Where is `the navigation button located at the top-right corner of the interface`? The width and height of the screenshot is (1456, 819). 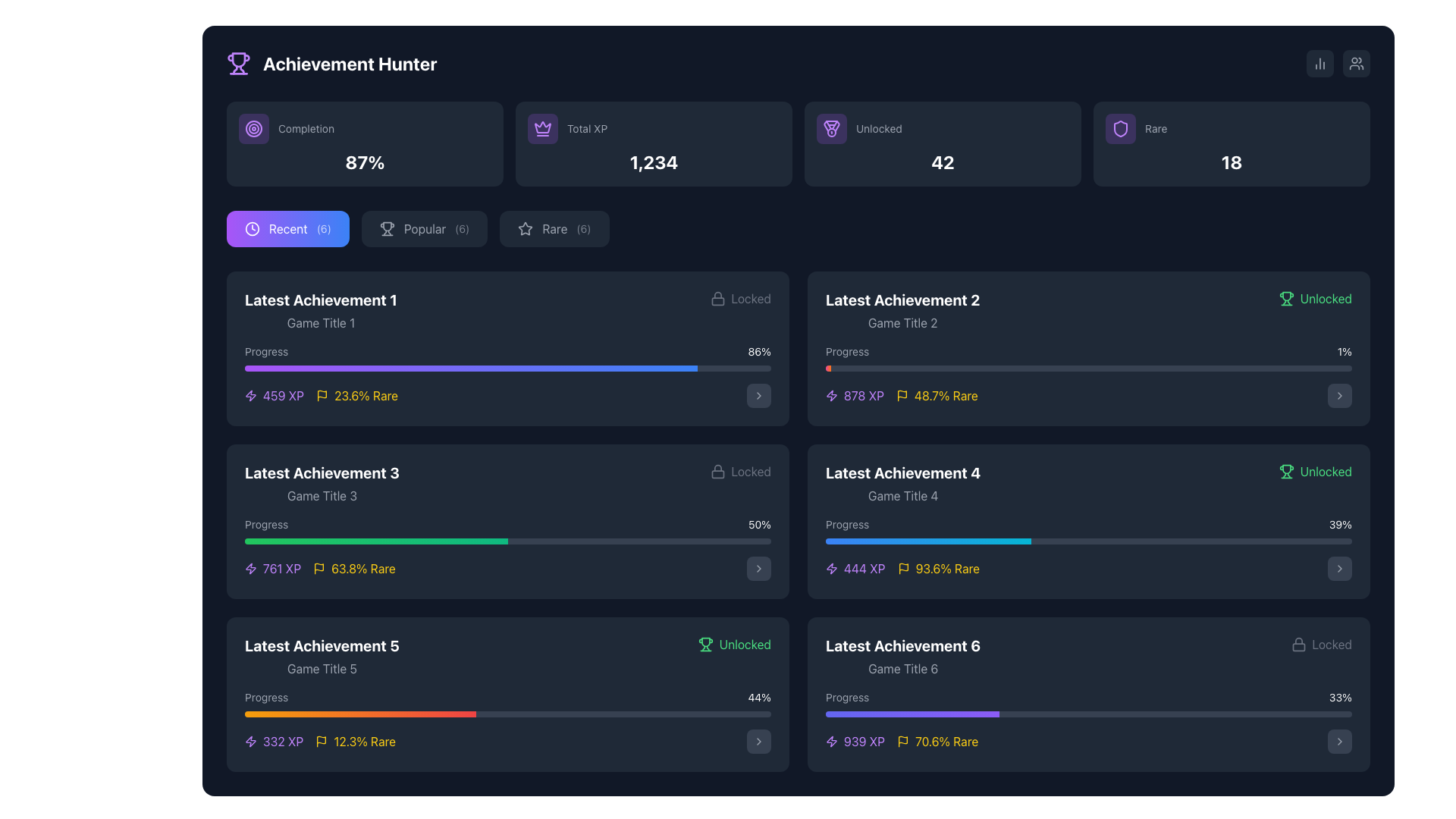 the navigation button located at the top-right corner of the interface is located at coordinates (1357, 63).